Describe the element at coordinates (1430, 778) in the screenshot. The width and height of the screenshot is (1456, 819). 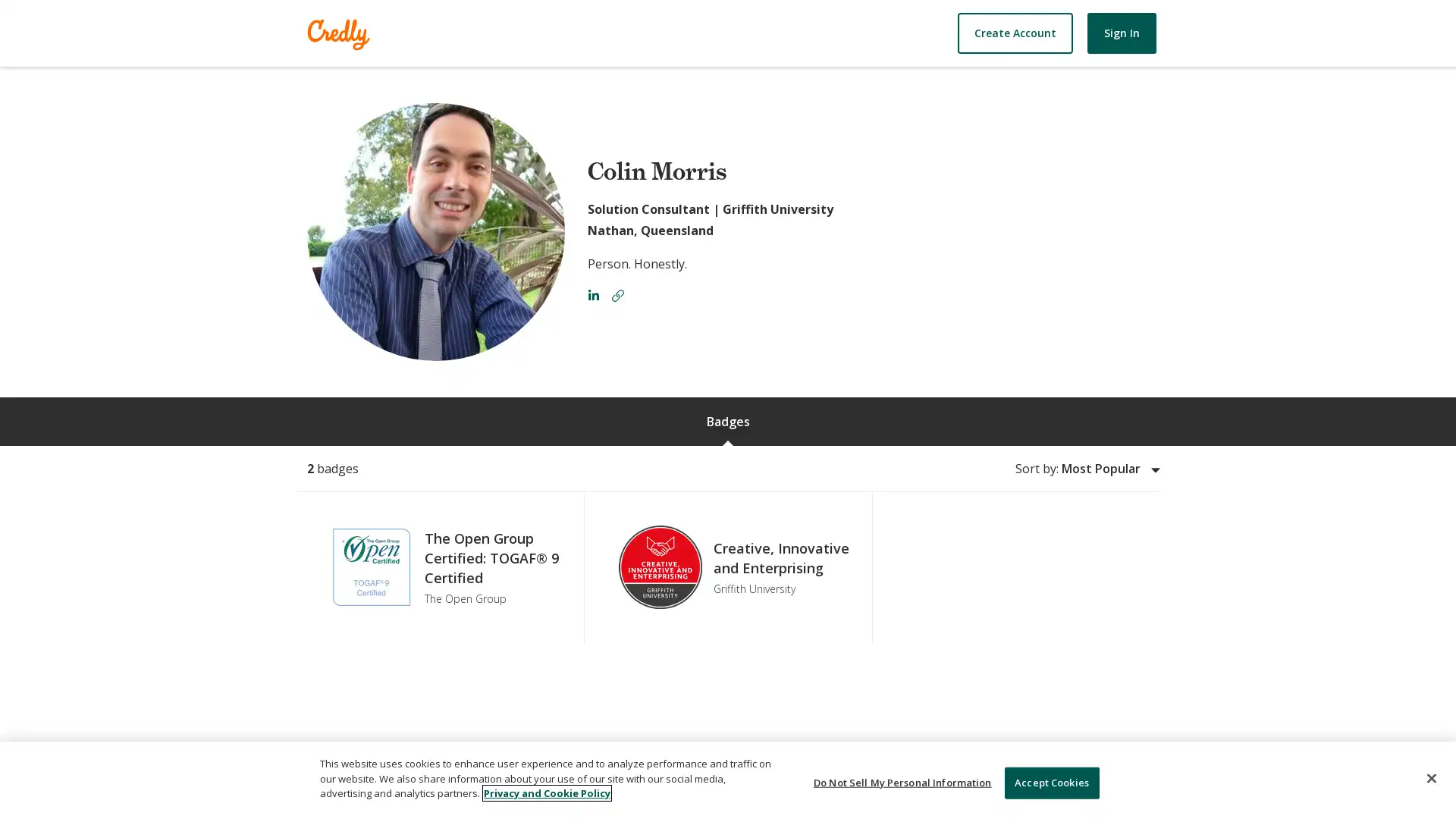
I see `Close` at that location.